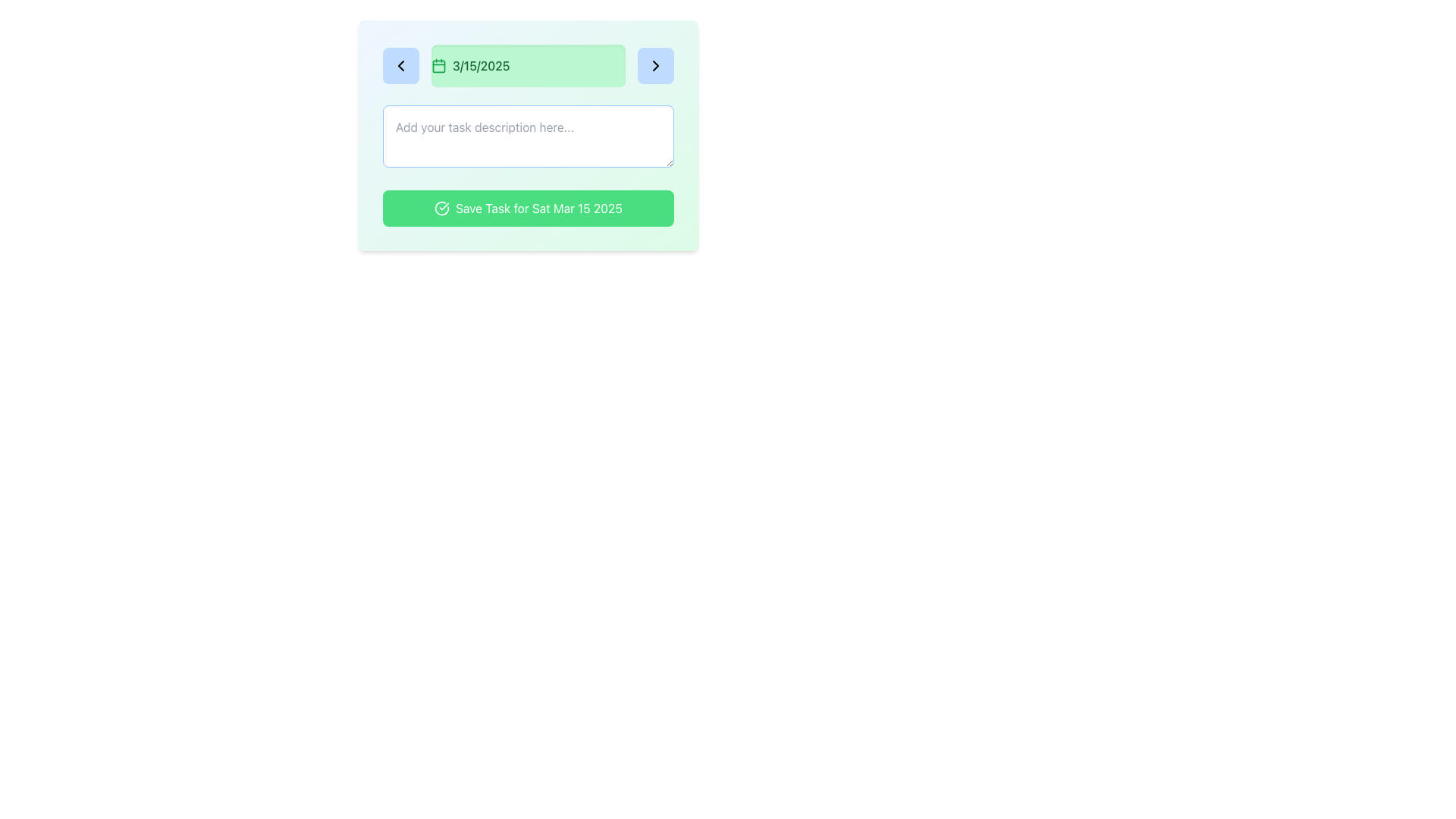 This screenshot has height=819, width=1456. Describe the element at coordinates (528, 65) in the screenshot. I see `the Date Display Component in the center of the task input card to modify the displayed date` at that location.